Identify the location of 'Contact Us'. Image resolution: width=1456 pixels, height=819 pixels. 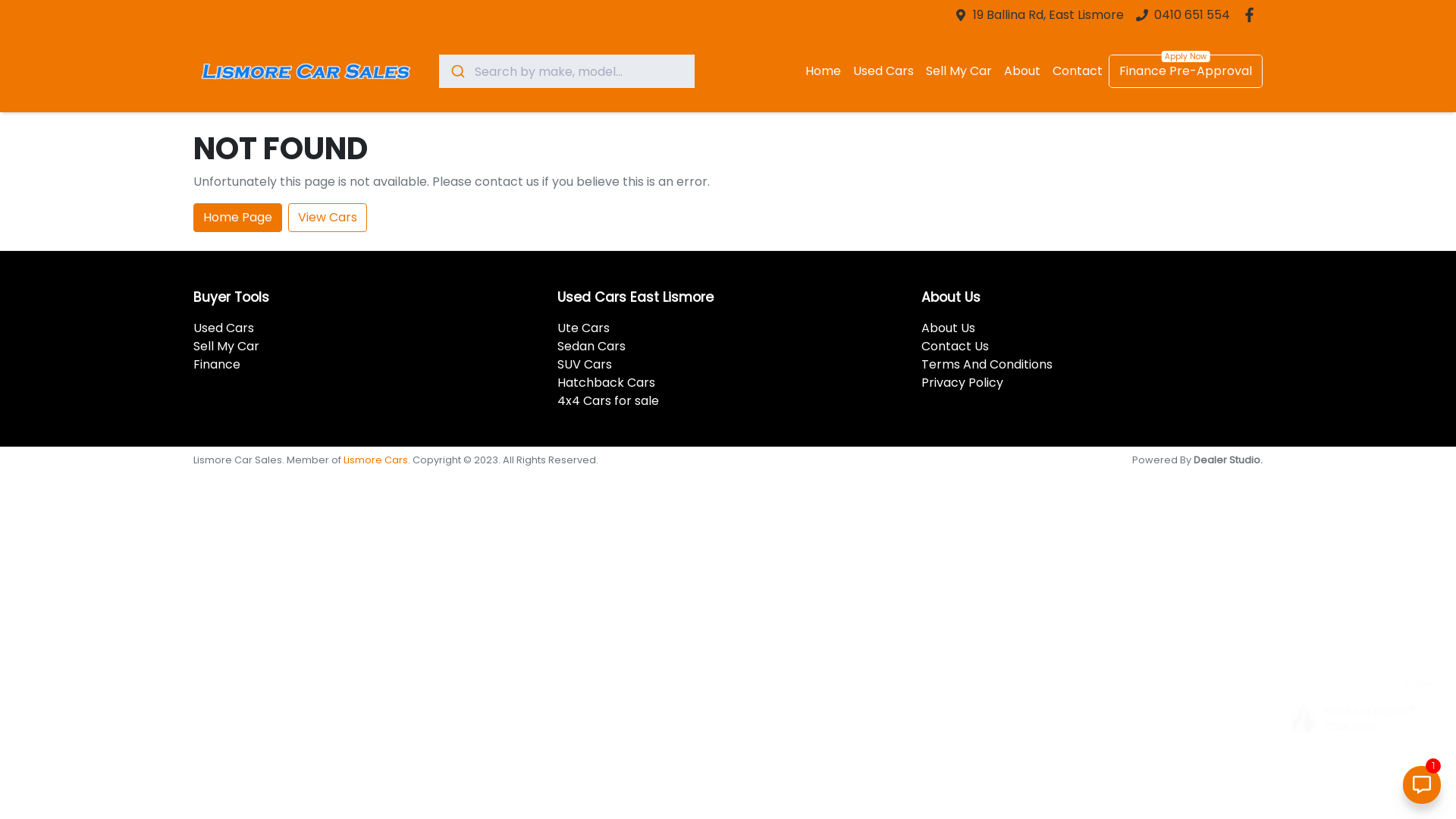
(954, 346).